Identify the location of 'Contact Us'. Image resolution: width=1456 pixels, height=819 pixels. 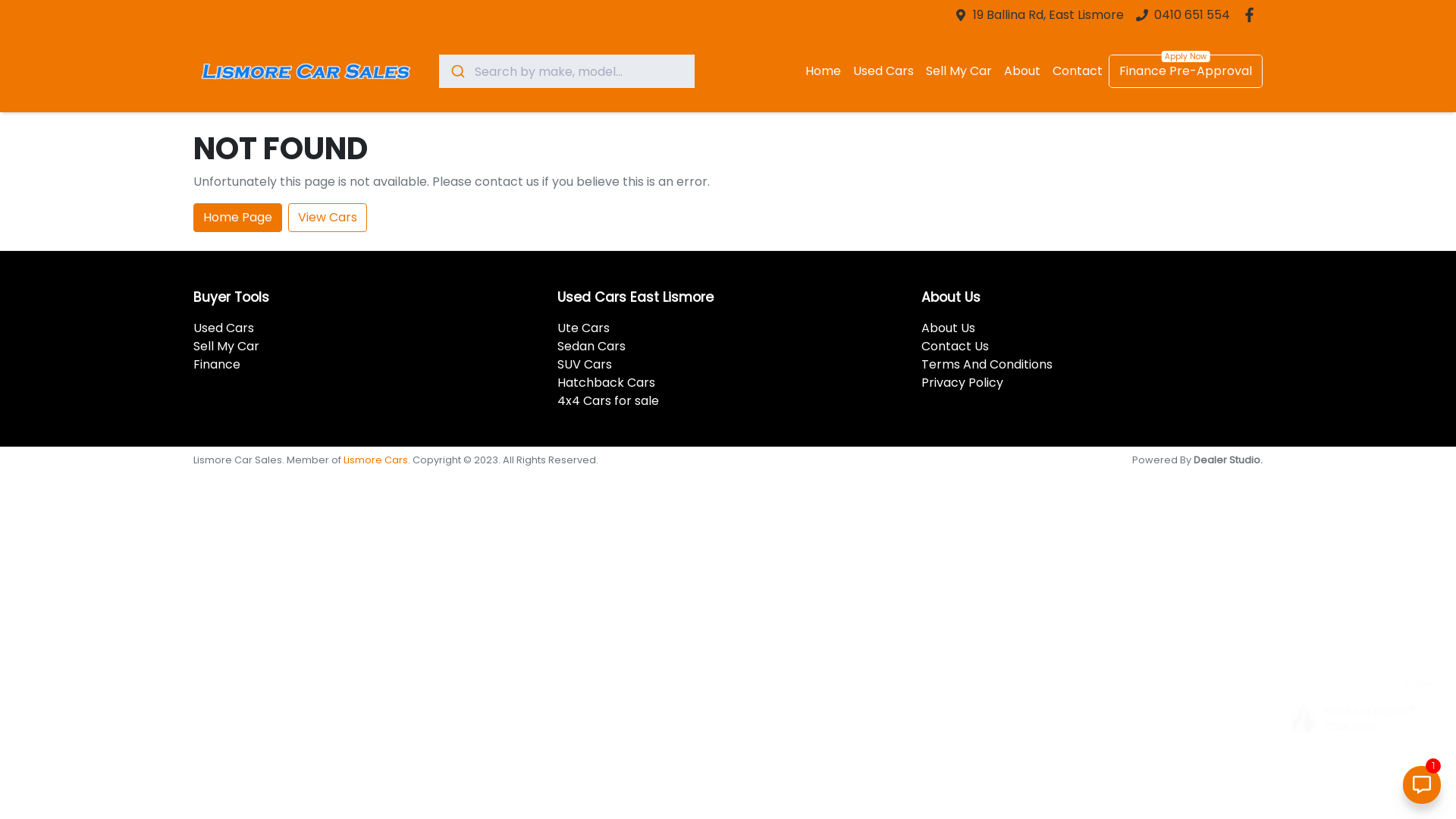
(954, 346).